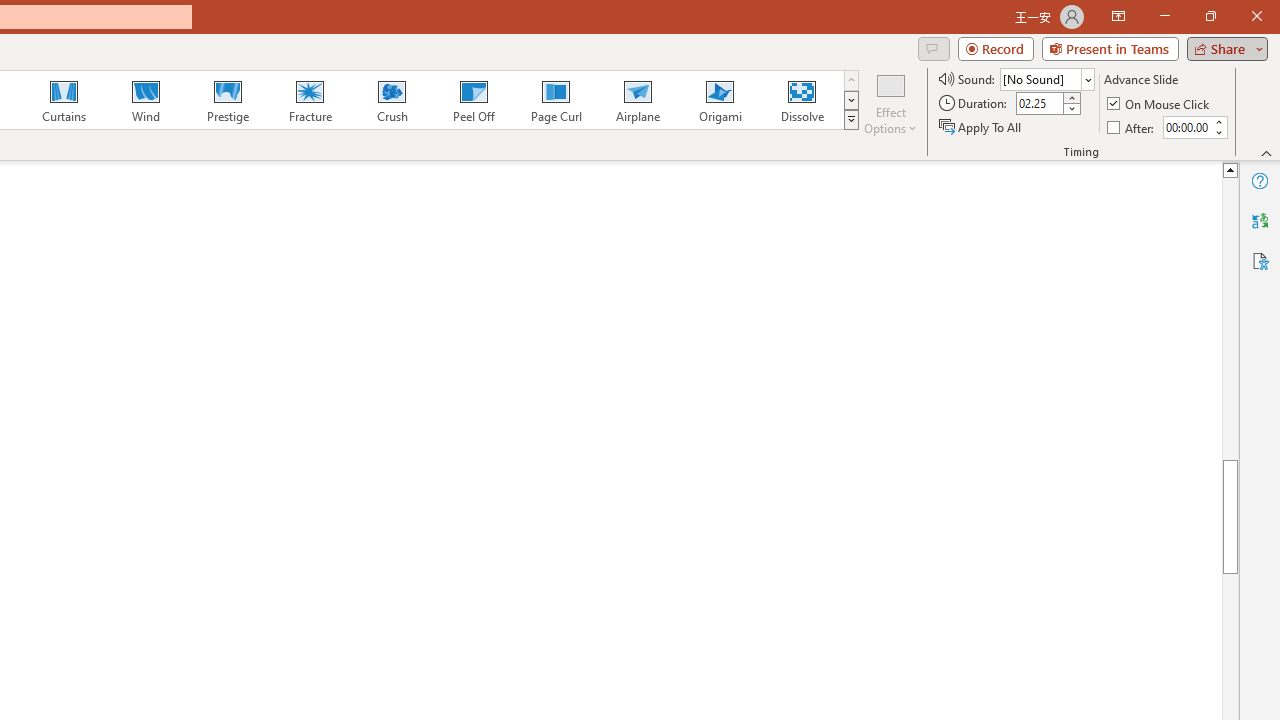 The image size is (1280, 720). Describe the element at coordinates (1132, 127) in the screenshot. I see `'After'` at that location.